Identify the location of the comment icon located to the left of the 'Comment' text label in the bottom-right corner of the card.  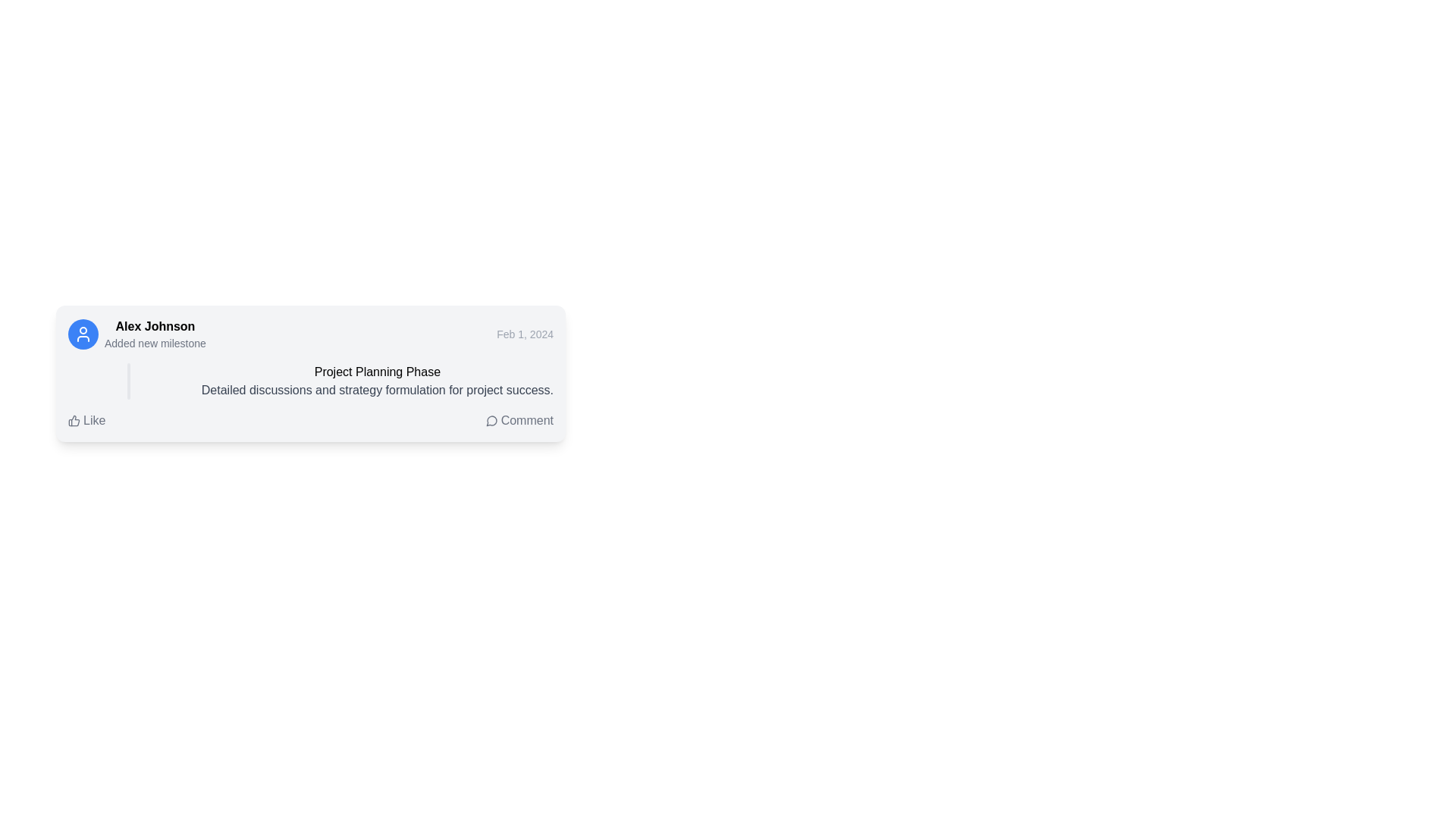
(491, 421).